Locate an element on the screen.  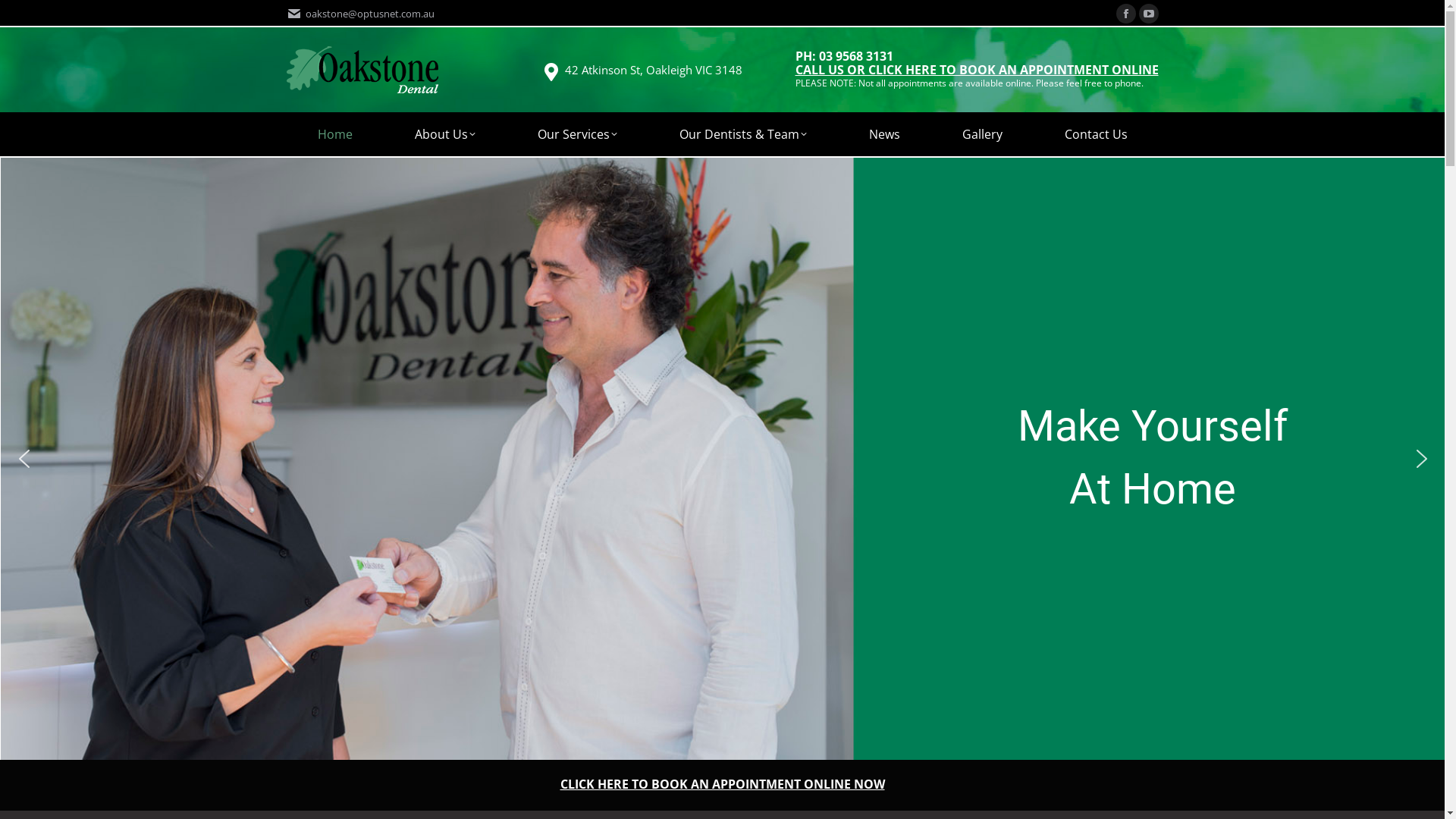
'Facebook page opens in new window' is located at coordinates (1125, 14).